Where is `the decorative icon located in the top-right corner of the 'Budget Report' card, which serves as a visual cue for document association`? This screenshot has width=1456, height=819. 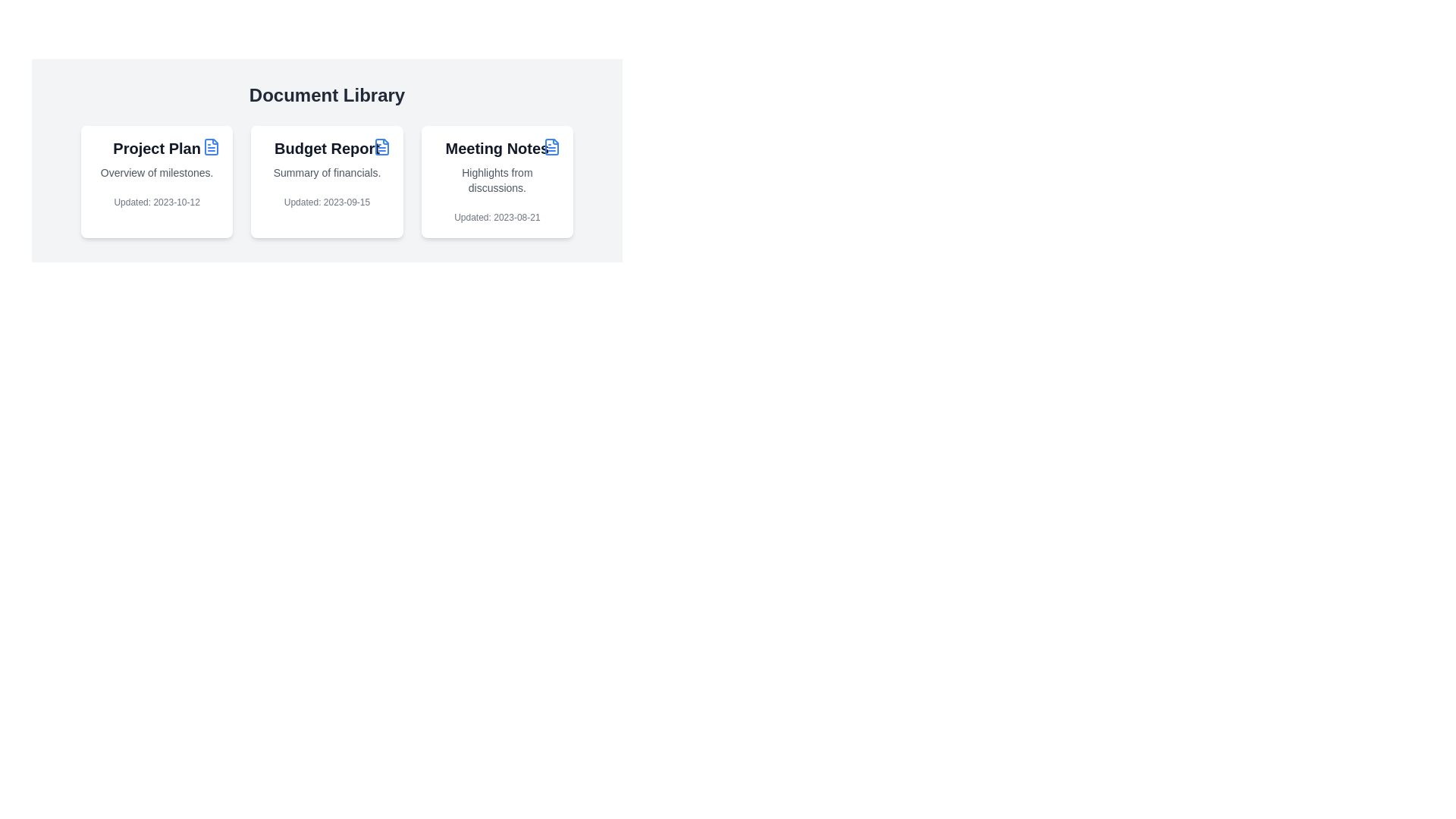 the decorative icon located in the top-right corner of the 'Budget Report' card, which serves as a visual cue for document association is located at coordinates (381, 146).